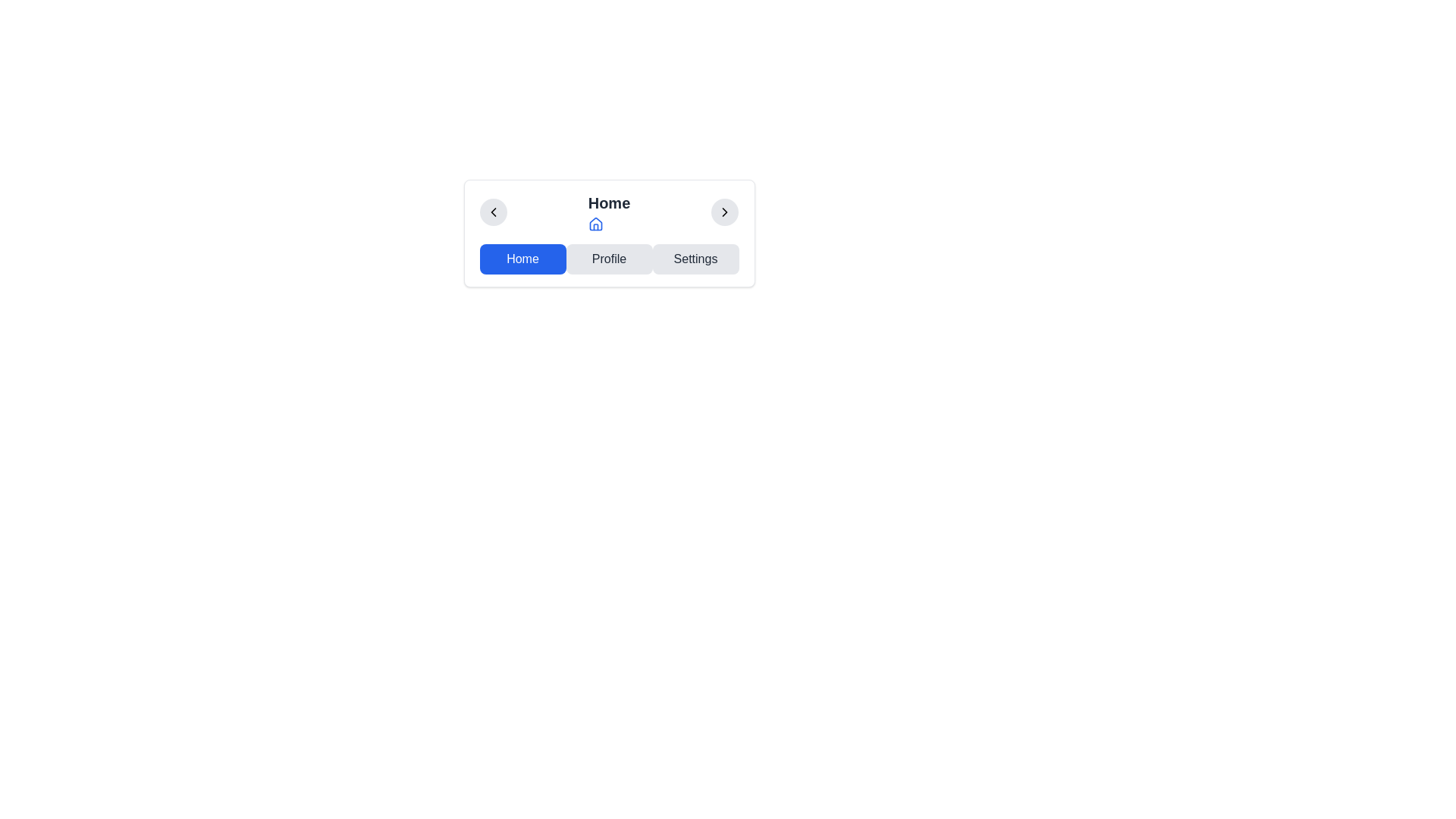 This screenshot has height=819, width=1456. Describe the element at coordinates (609, 259) in the screenshot. I see `the middle button labeled 'Profile' under the 'Home' heading` at that location.